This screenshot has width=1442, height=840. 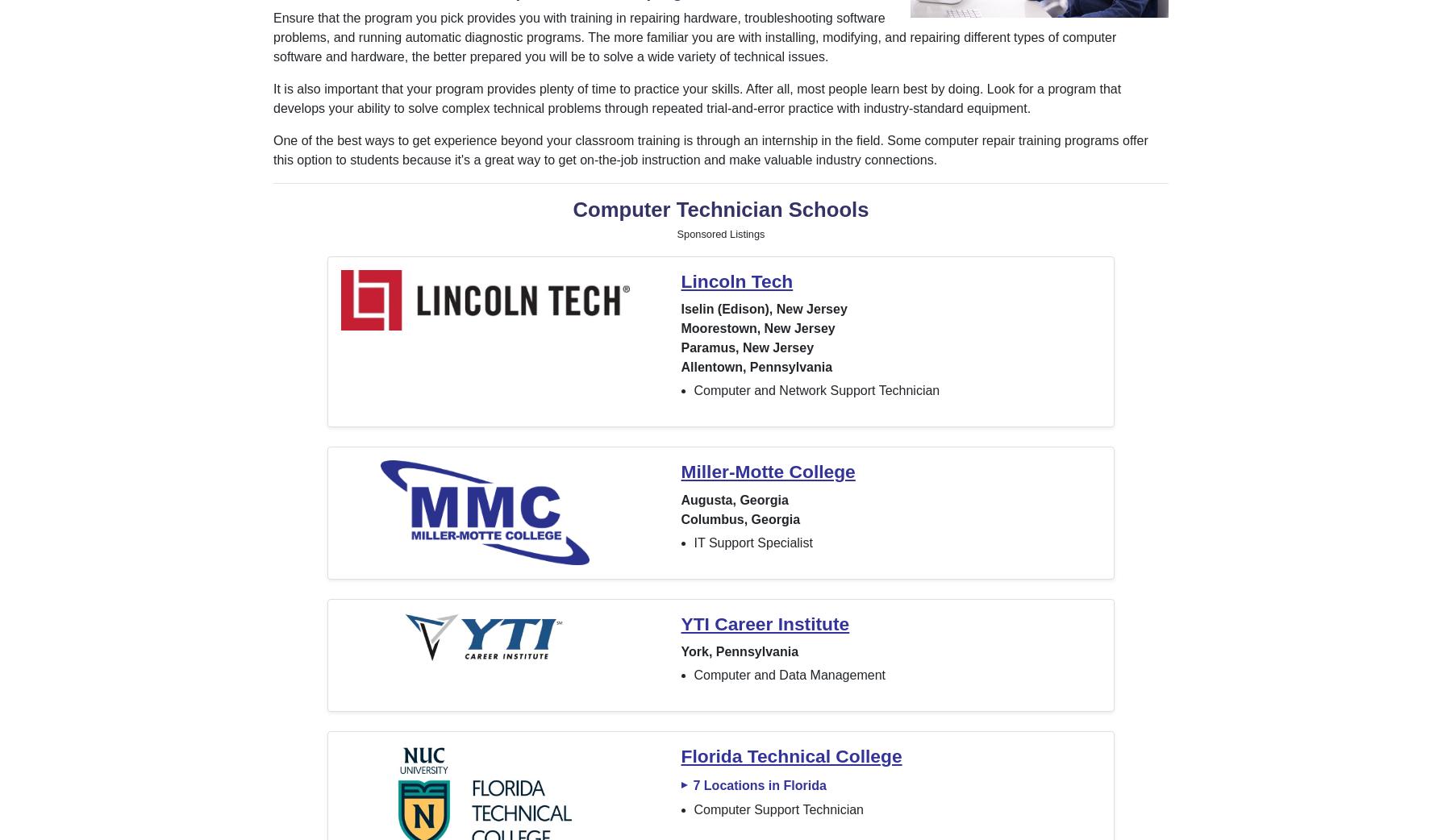 What do you see at coordinates (693, 675) in the screenshot?
I see `'Computer and Data Management'` at bounding box center [693, 675].